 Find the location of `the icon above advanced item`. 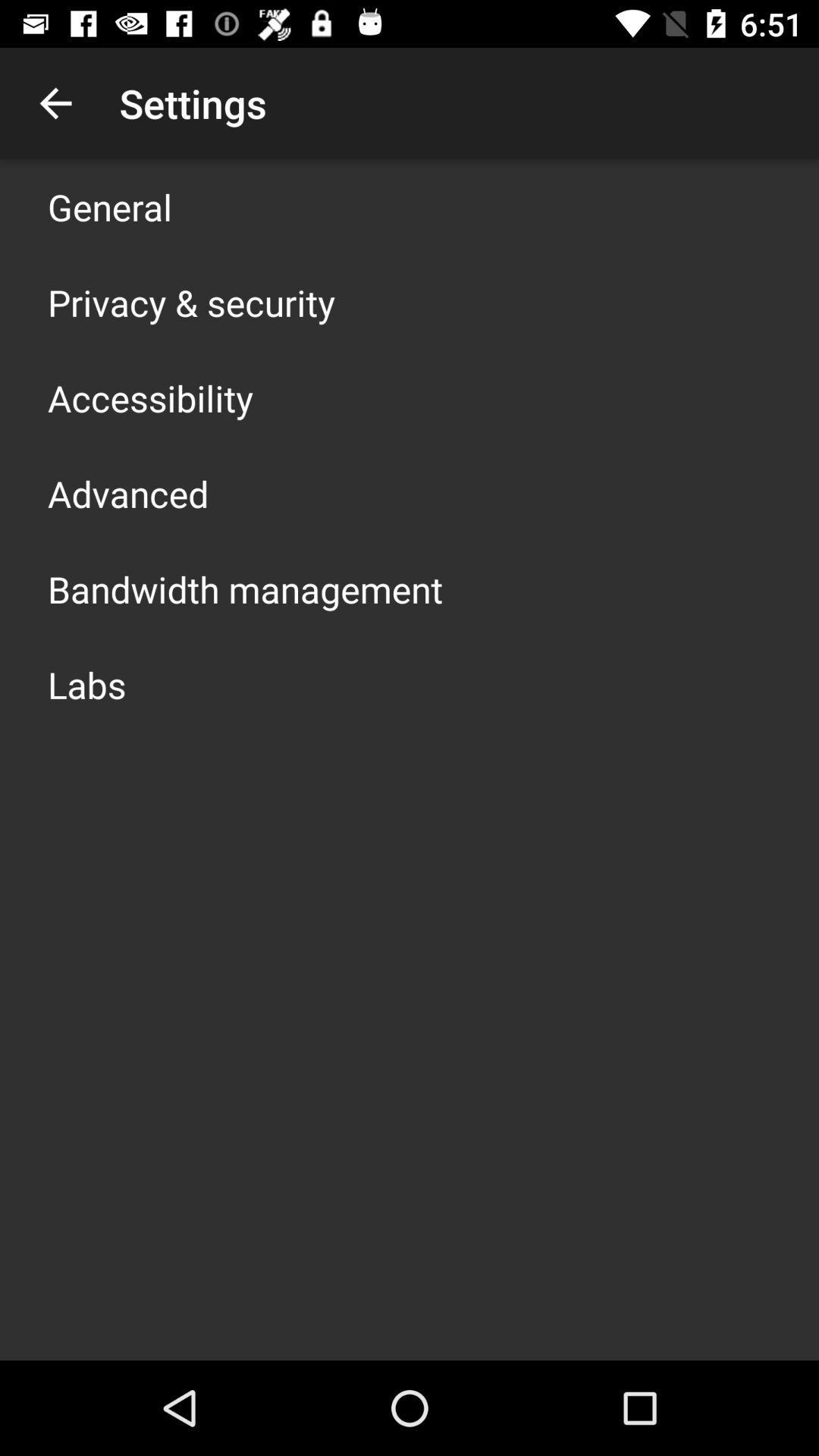

the icon above advanced item is located at coordinates (150, 397).